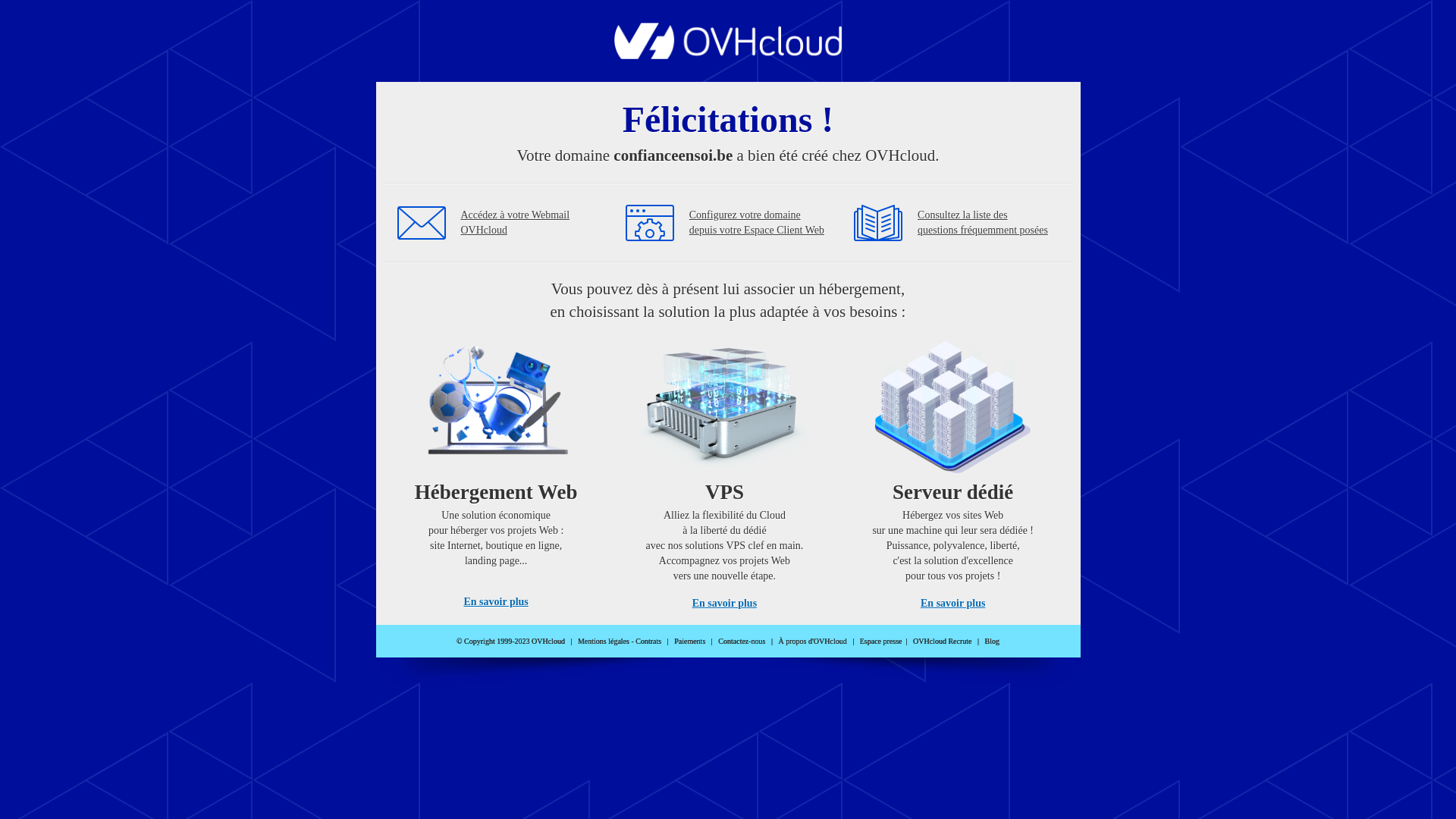 This screenshot has height=819, width=1456. Describe the element at coordinates (757, 222) in the screenshot. I see `'Configurez votre domaine` at that location.